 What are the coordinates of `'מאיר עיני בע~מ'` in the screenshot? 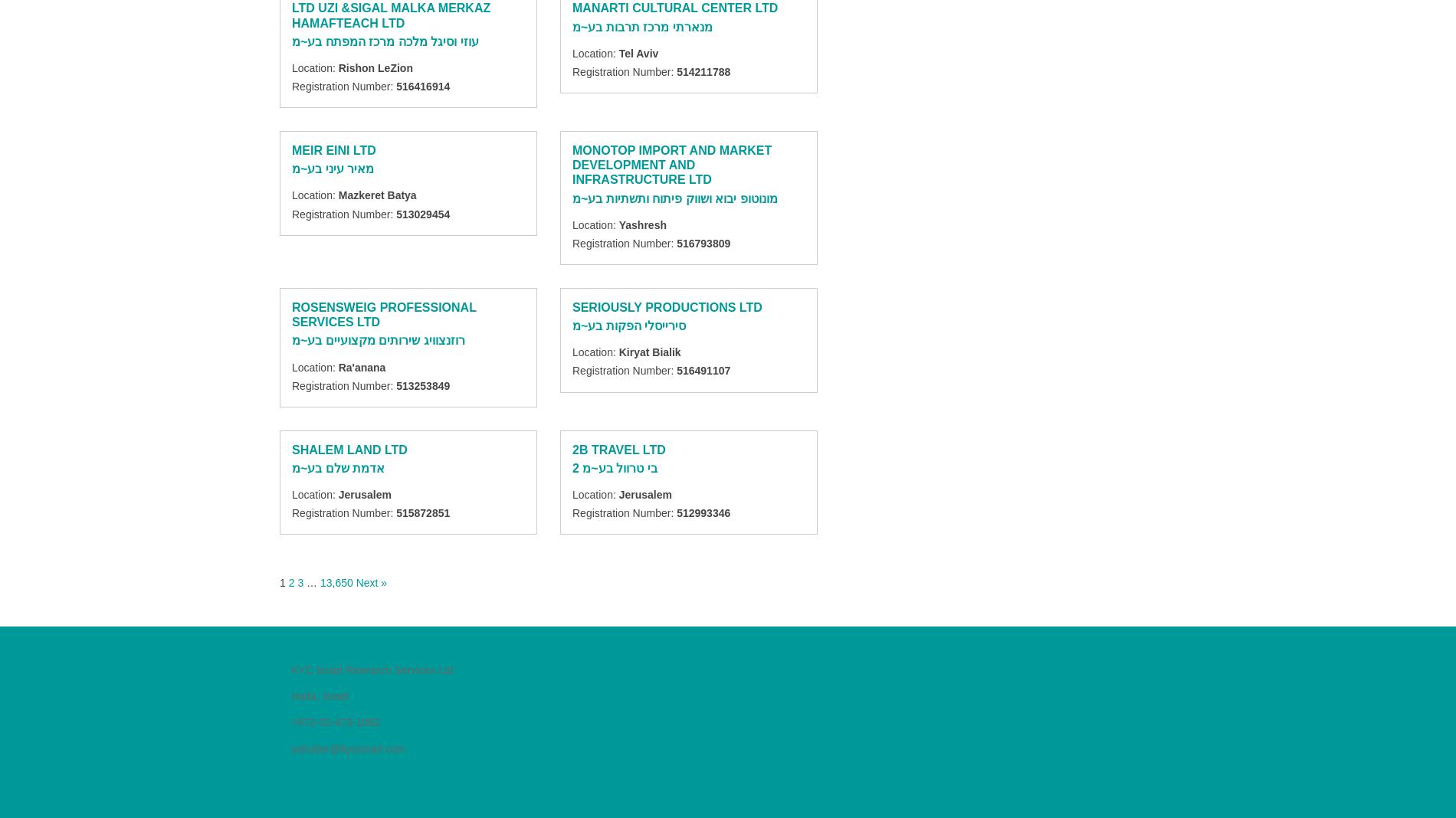 It's located at (332, 169).